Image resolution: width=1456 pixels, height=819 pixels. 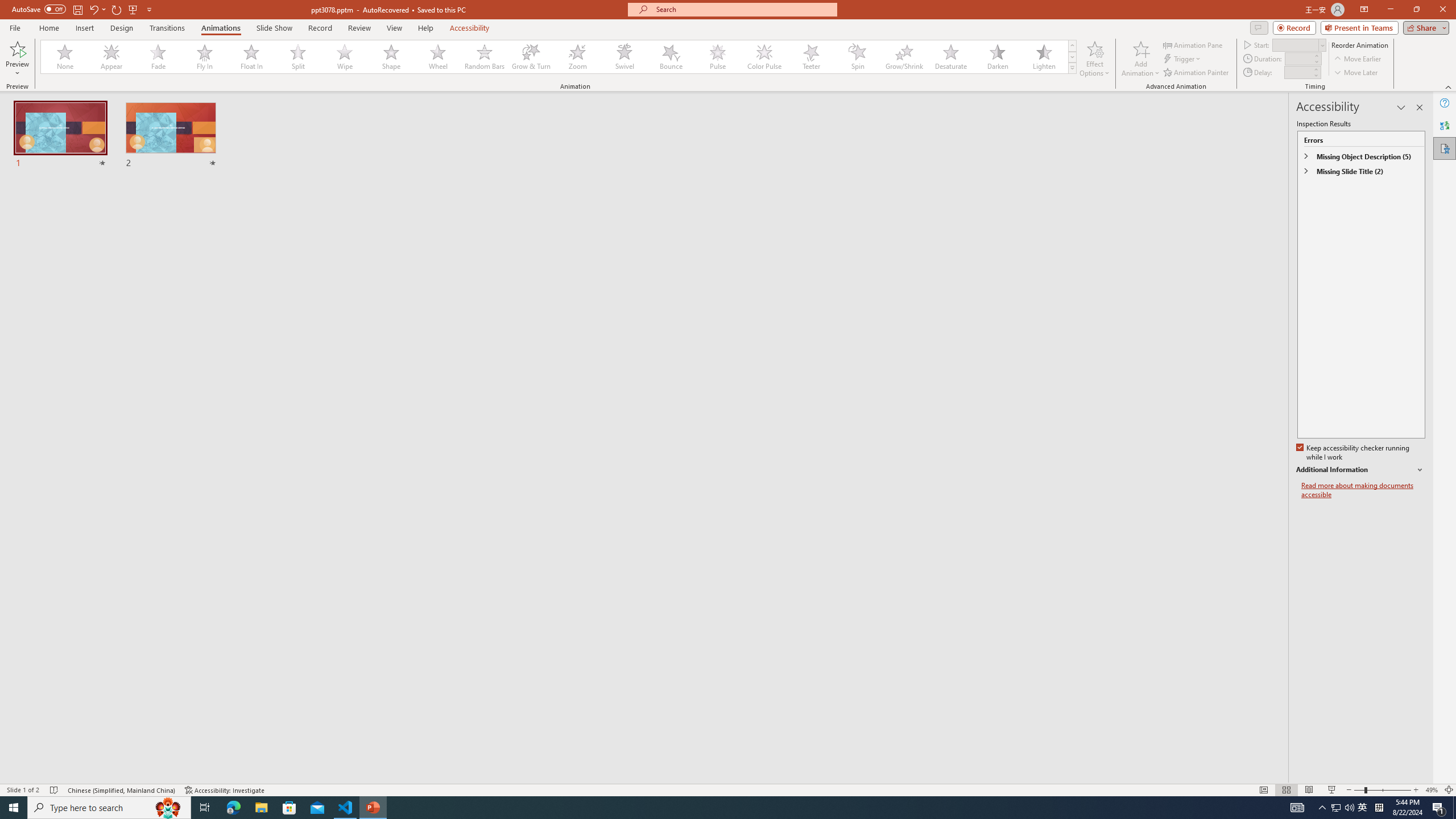 What do you see at coordinates (484, 56) in the screenshot?
I see `'Random Bars'` at bounding box center [484, 56].